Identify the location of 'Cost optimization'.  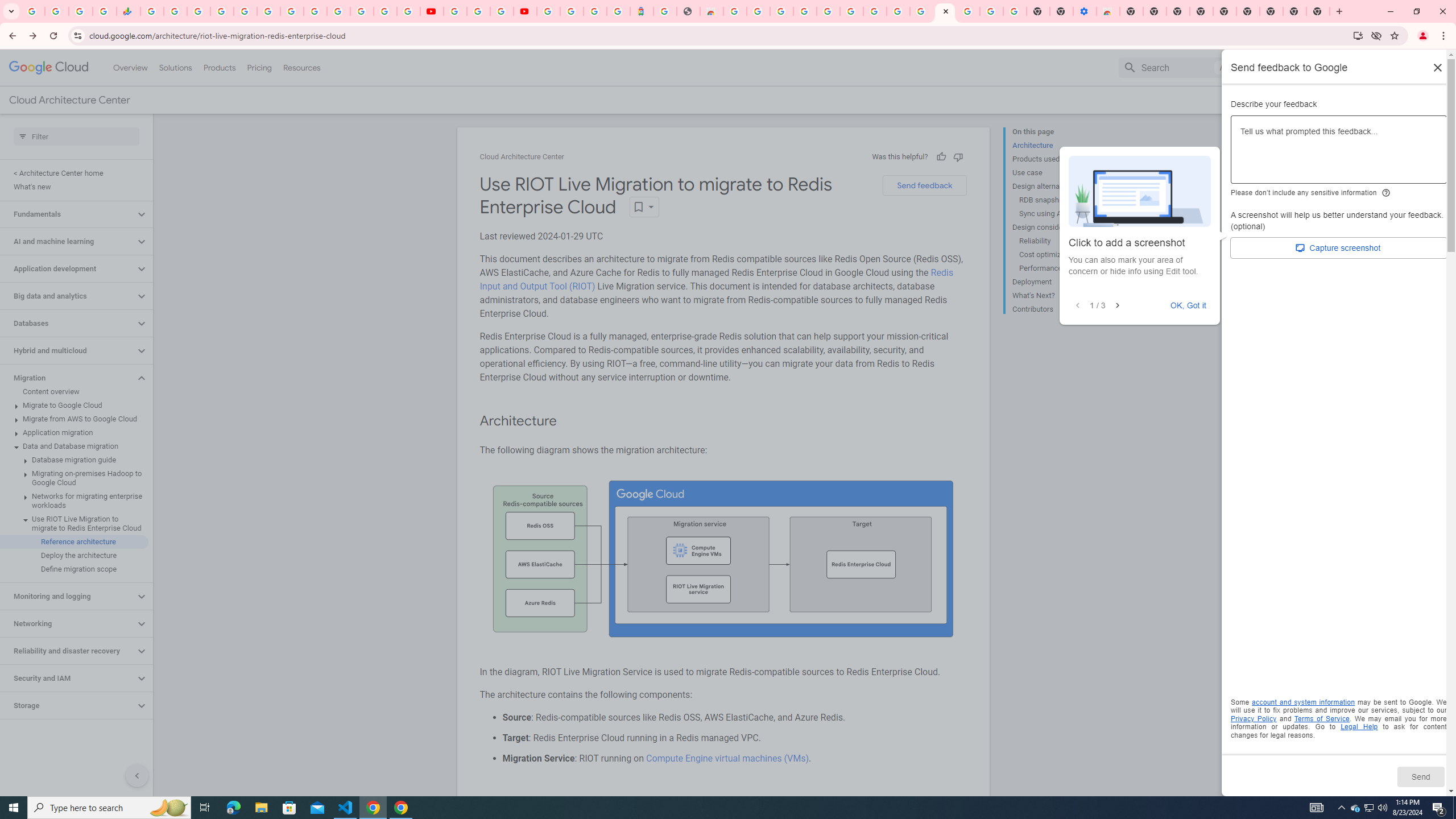
(1062, 254).